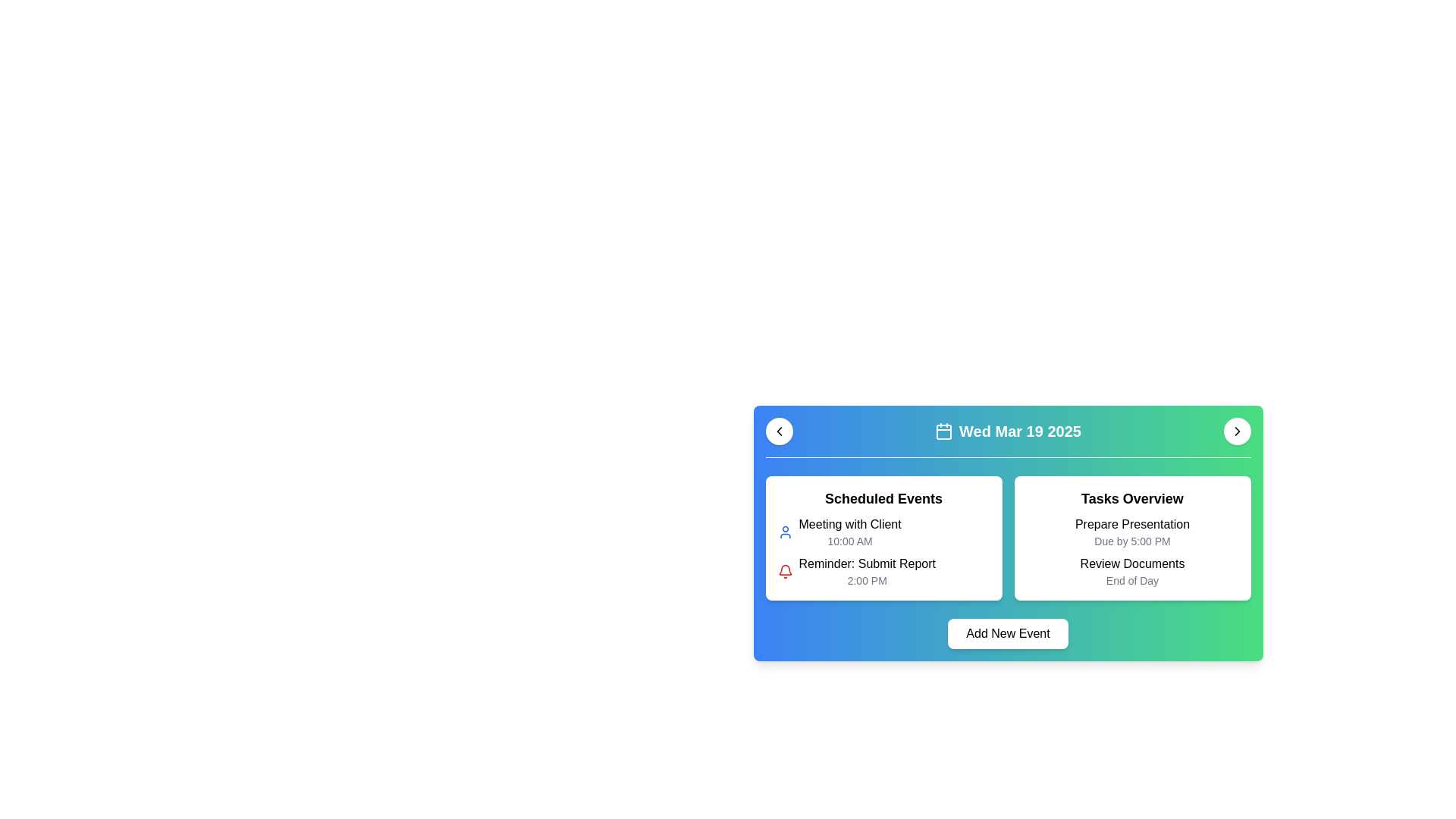 The height and width of the screenshot is (819, 1456). What do you see at coordinates (785, 570) in the screenshot?
I see `the upper part of the bell-shaped icon located in the top left corner of the calendar interface` at bounding box center [785, 570].